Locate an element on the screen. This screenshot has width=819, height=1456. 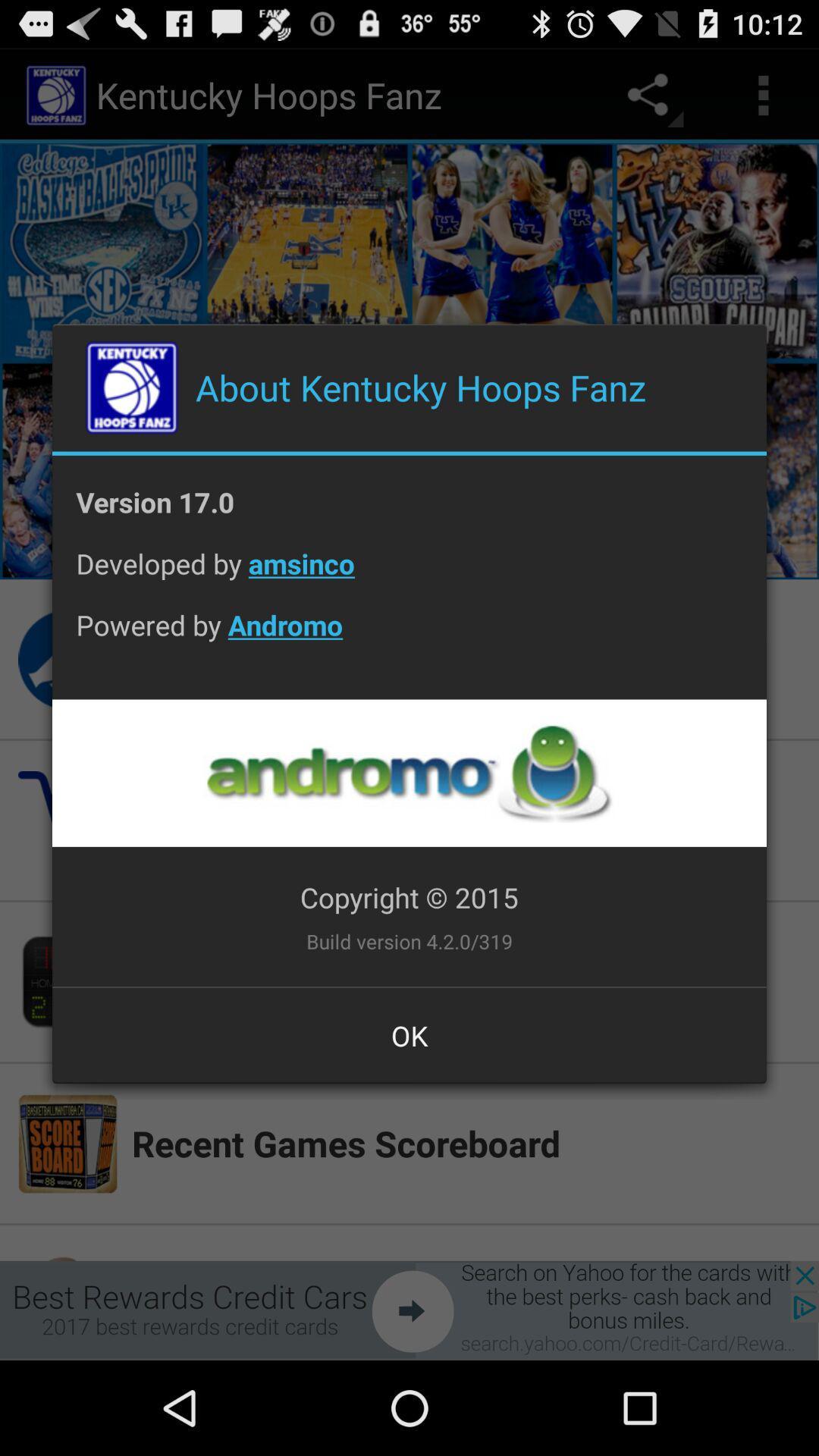
the developed by amsinco icon is located at coordinates (409, 574).